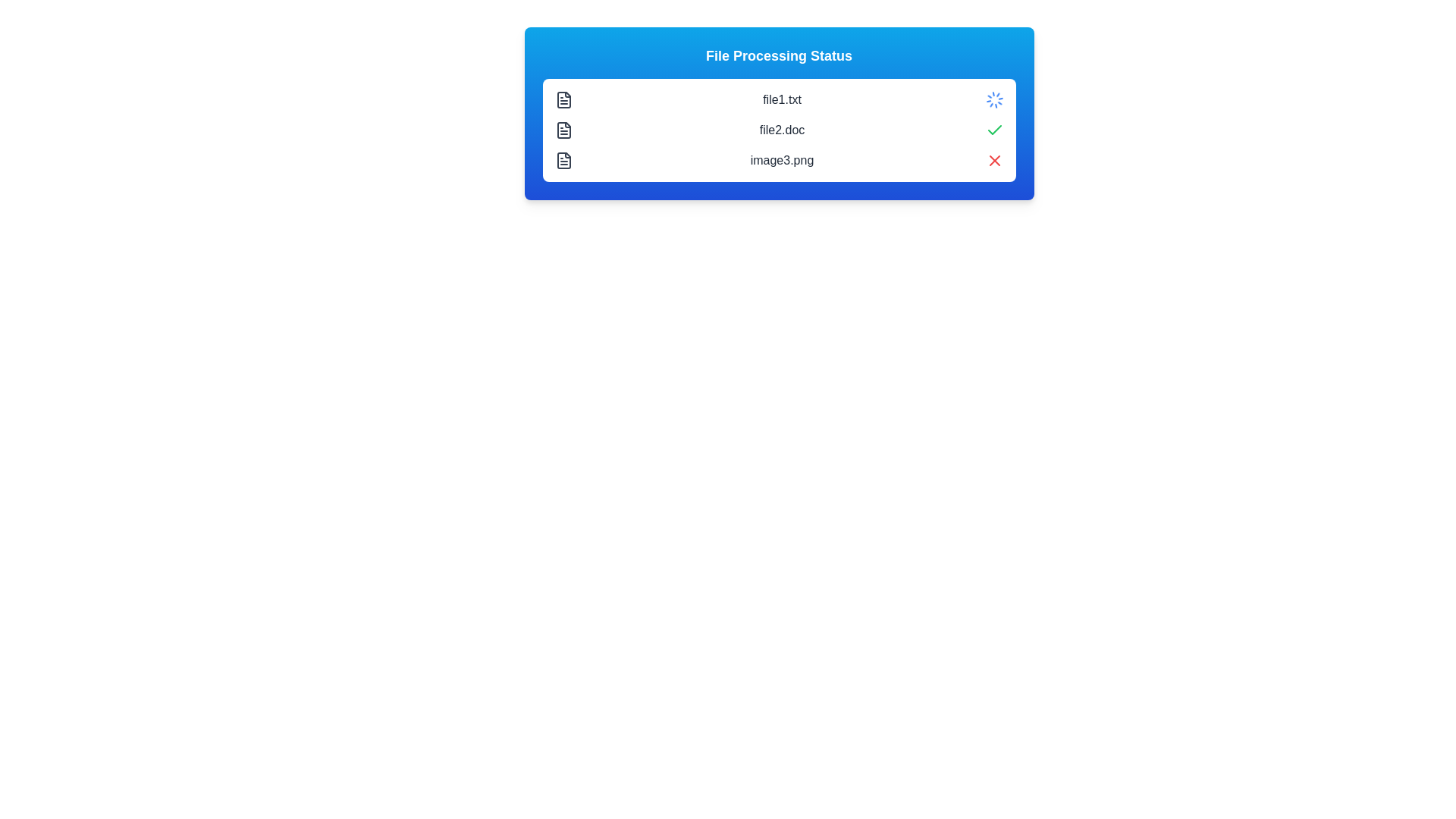  Describe the element at coordinates (779, 99) in the screenshot. I see `the file row for 'file1.txt'` at that location.